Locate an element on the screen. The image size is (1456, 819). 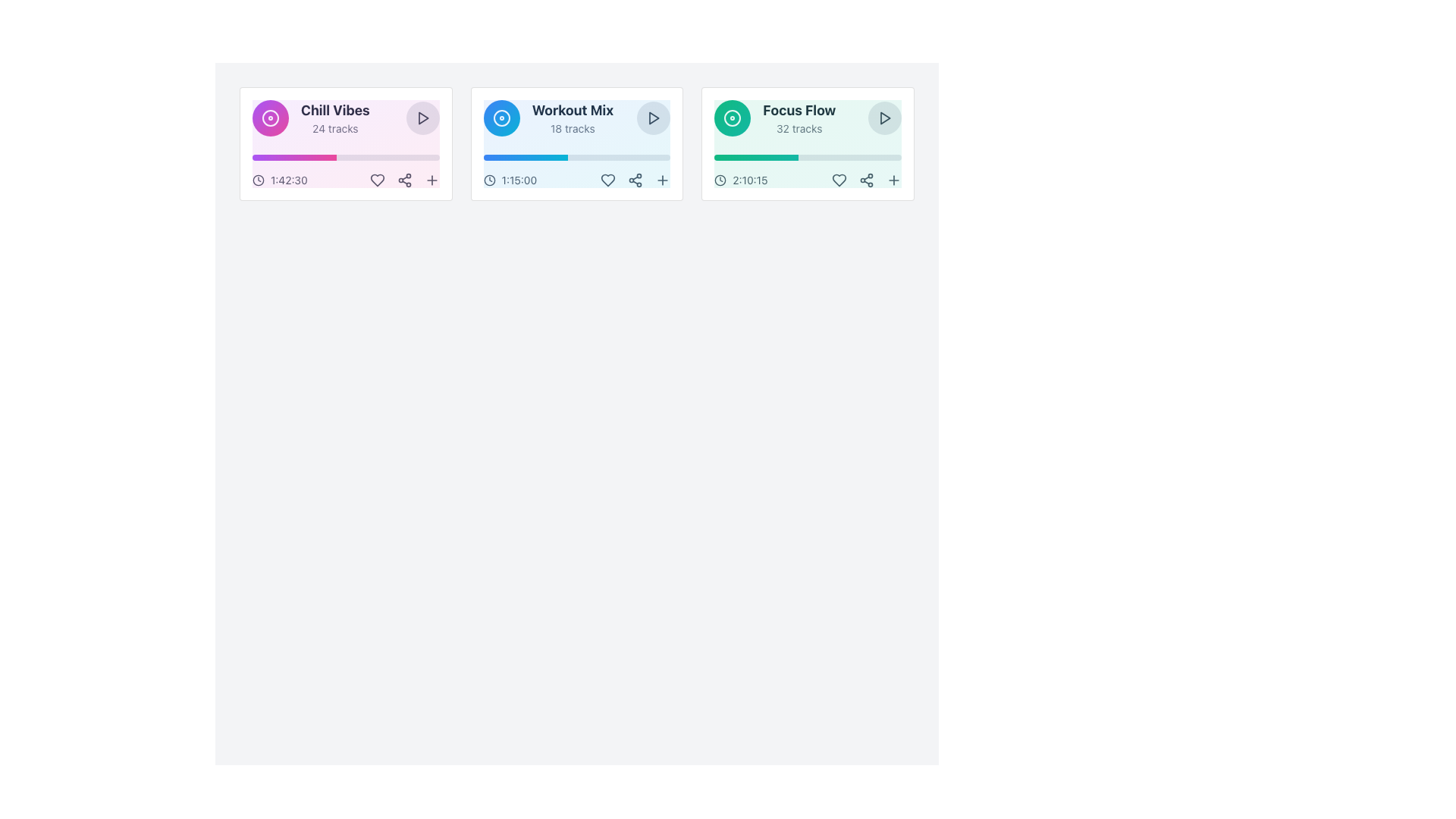
the share icon, which is represented by a network-like shape and is the second icon in the row of controls below the 'Workout Mix' card is located at coordinates (635, 180).